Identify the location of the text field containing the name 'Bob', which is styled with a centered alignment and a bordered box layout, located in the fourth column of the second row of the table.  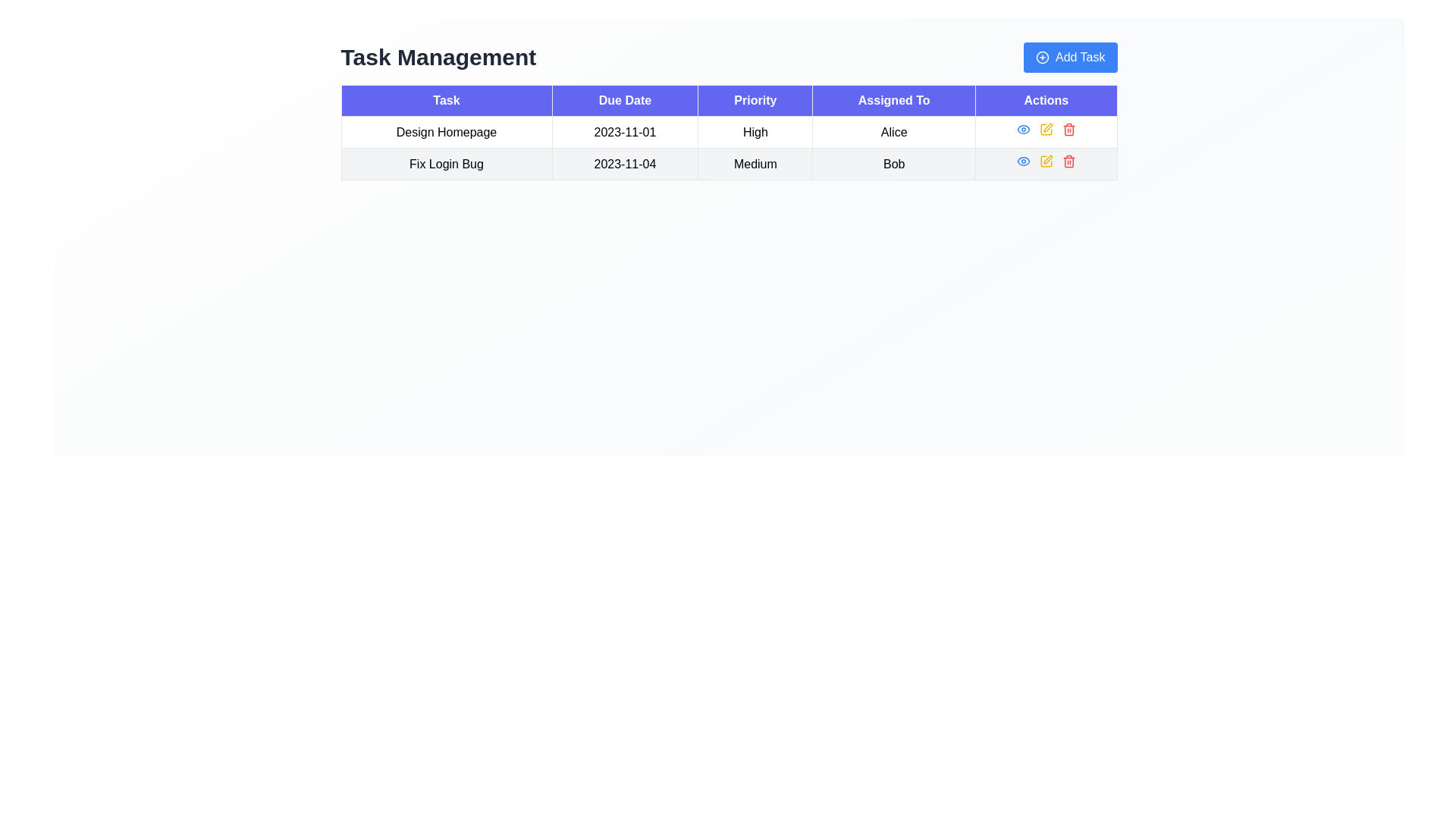
(894, 164).